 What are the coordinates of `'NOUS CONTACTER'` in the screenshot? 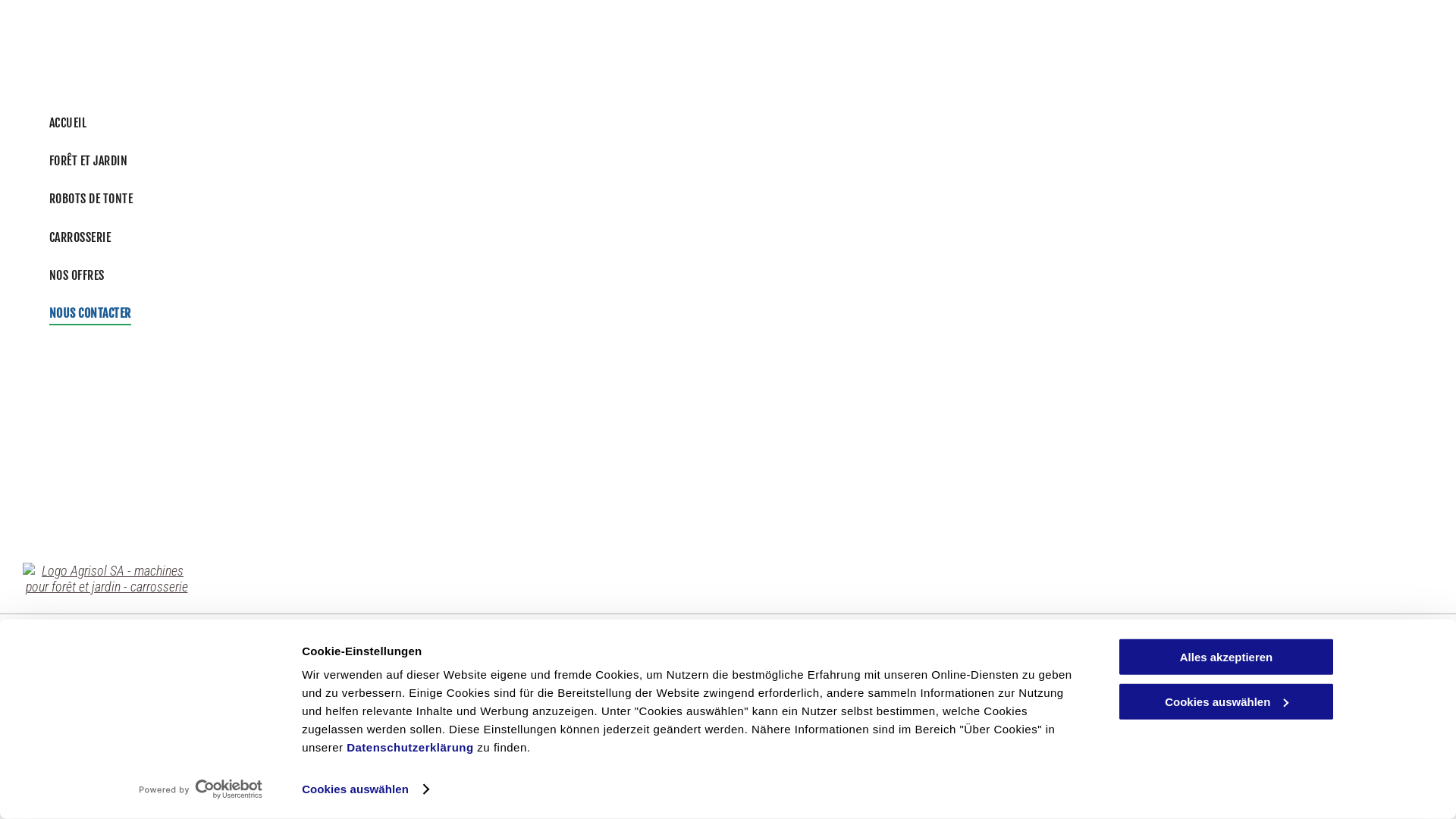 It's located at (41, 312).